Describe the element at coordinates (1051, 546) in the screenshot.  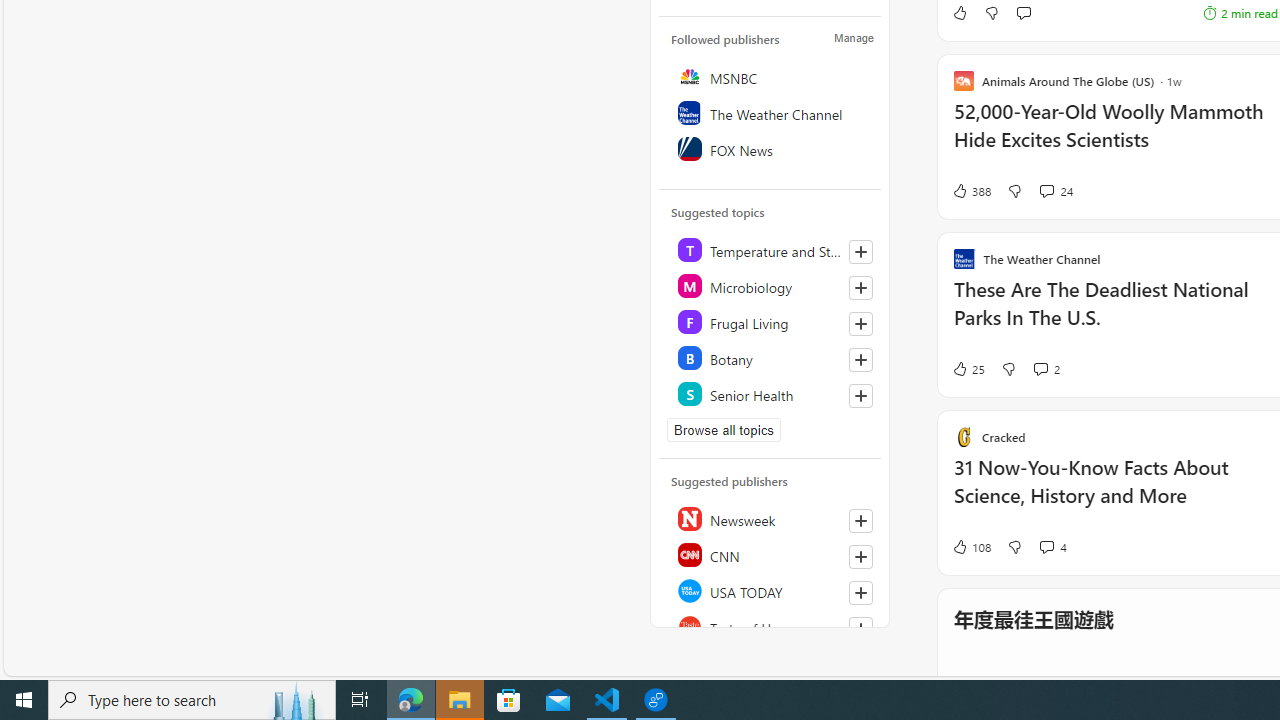
I see `'View comments 4 Comment'` at that location.